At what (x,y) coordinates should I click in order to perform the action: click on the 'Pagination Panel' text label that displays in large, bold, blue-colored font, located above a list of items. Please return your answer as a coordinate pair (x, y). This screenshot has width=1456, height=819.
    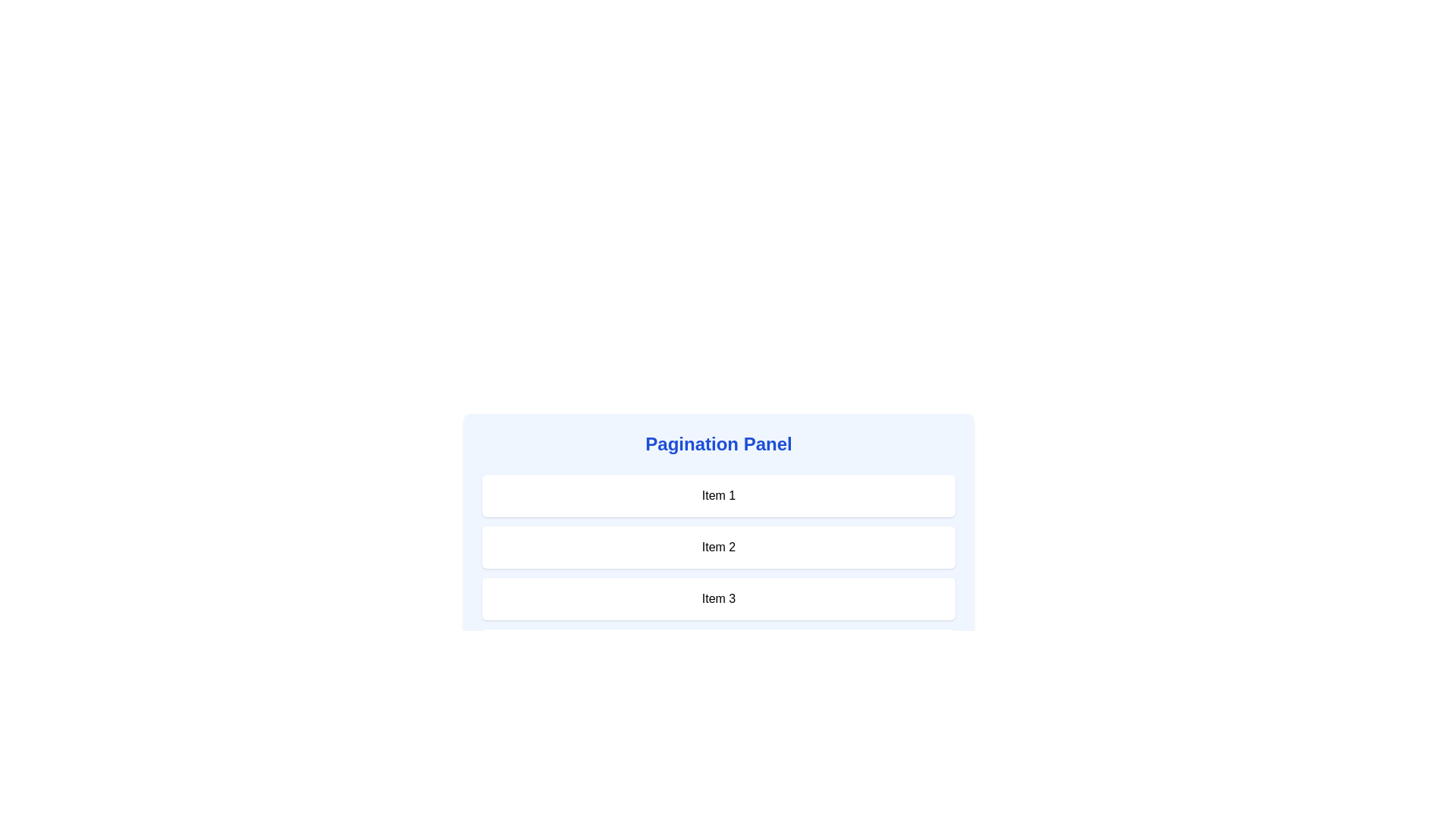
    Looking at the image, I should click on (718, 444).